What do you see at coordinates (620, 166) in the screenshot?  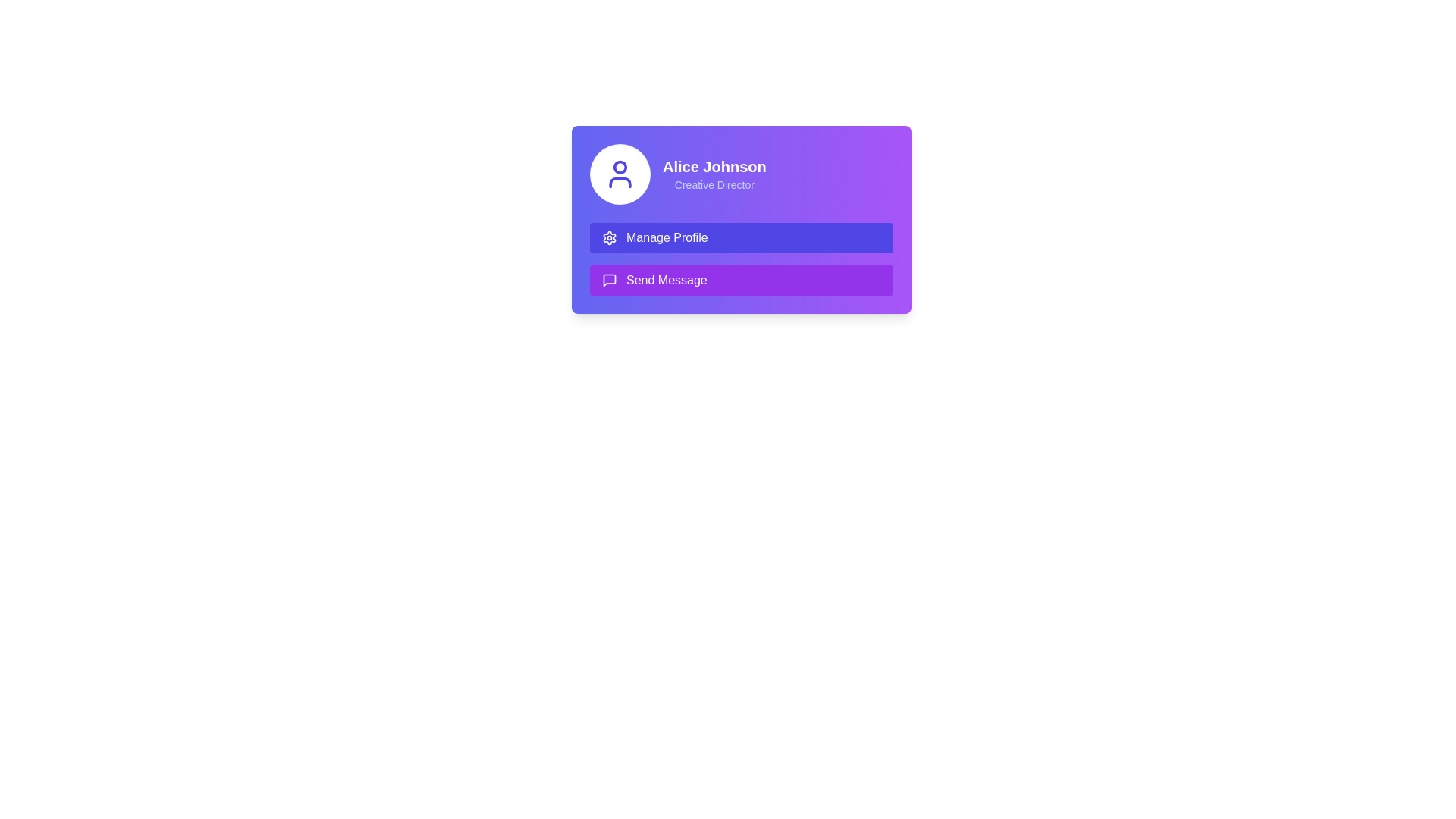 I see `the circular graphic element that enhances the avatar presentation in the user profile card` at bounding box center [620, 166].